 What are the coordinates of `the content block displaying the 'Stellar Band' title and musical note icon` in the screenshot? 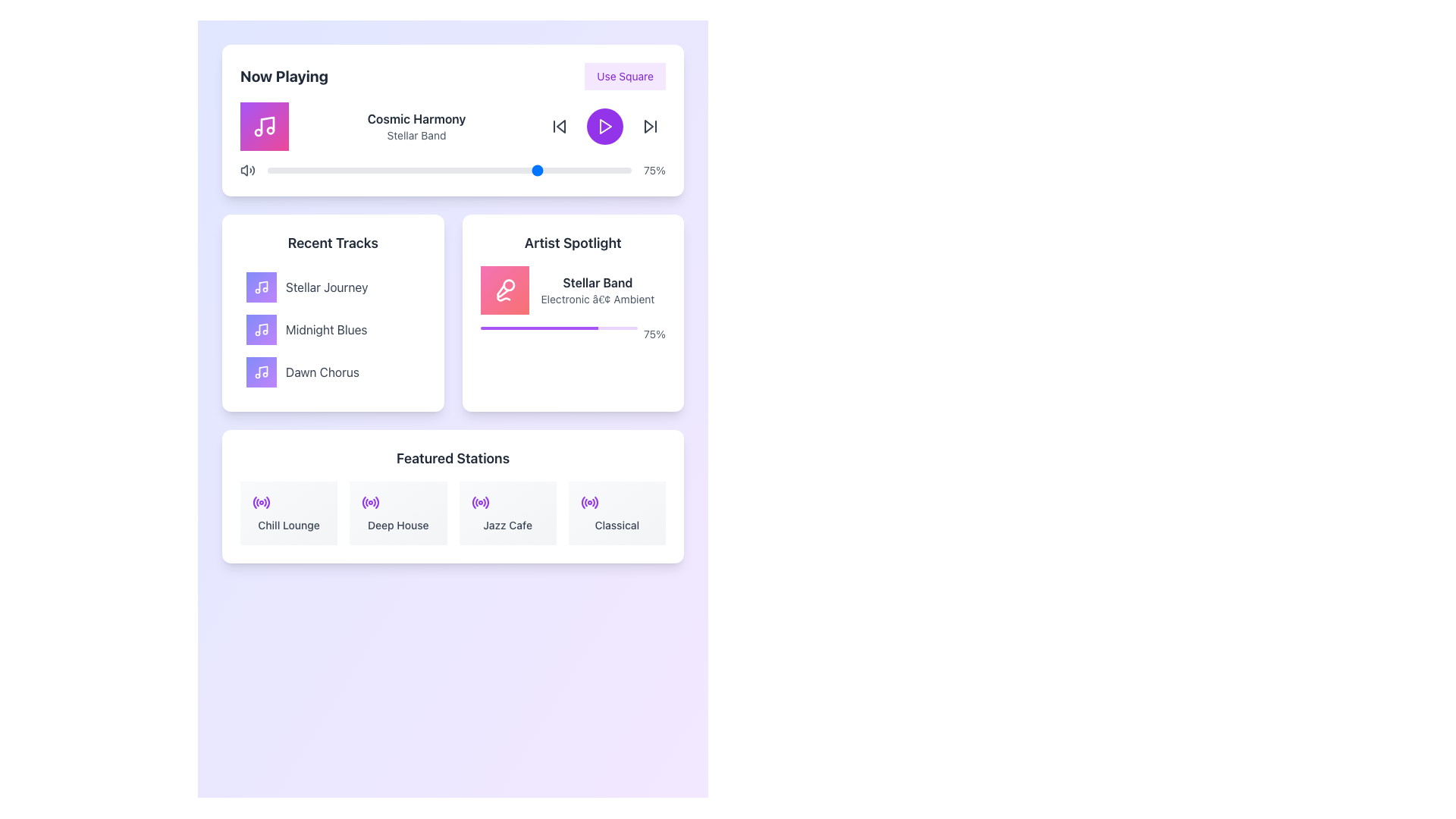 It's located at (572, 290).